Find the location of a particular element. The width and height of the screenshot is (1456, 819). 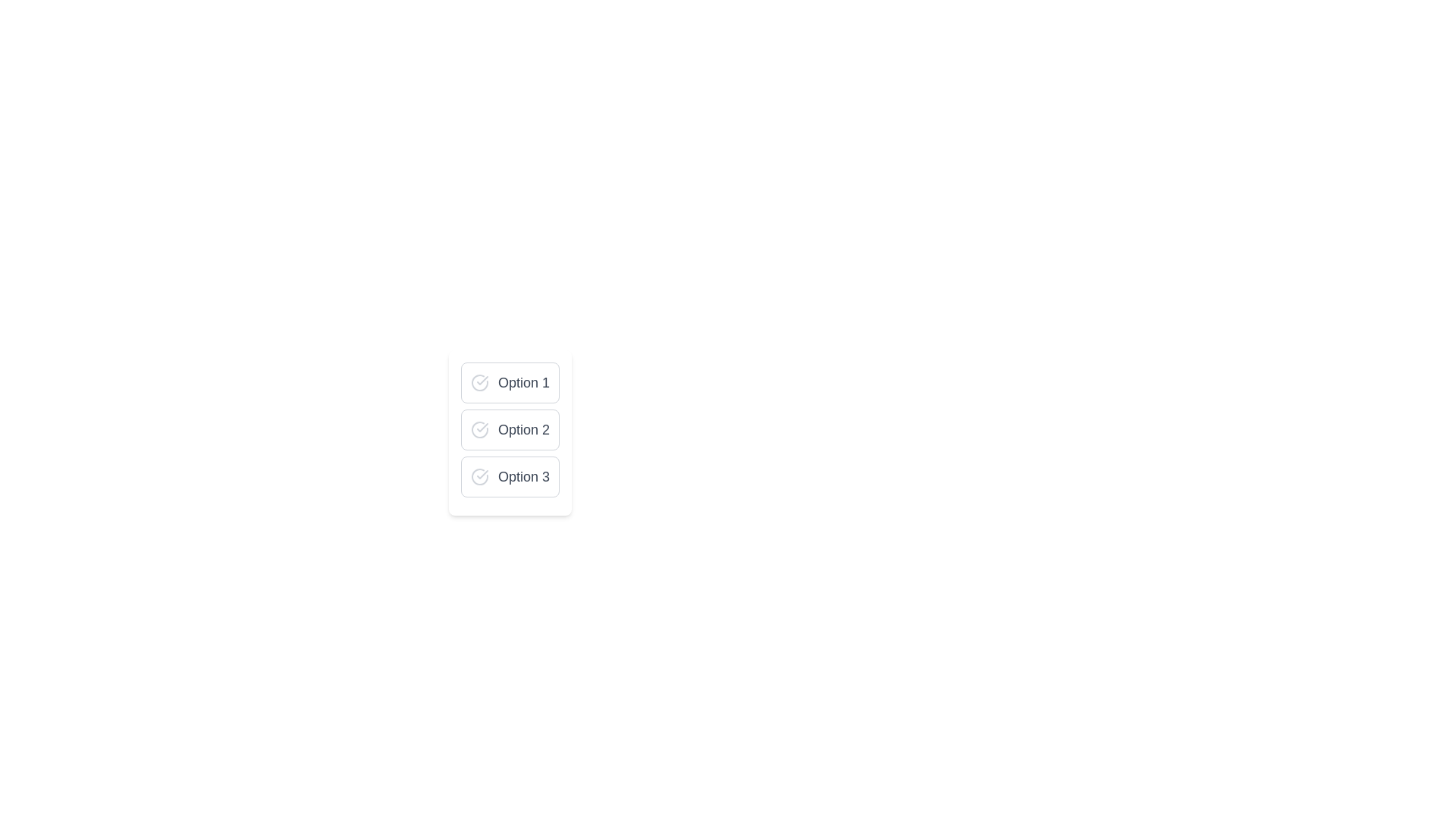

the text label displaying 'Option 1' is located at coordinates (524, 382).